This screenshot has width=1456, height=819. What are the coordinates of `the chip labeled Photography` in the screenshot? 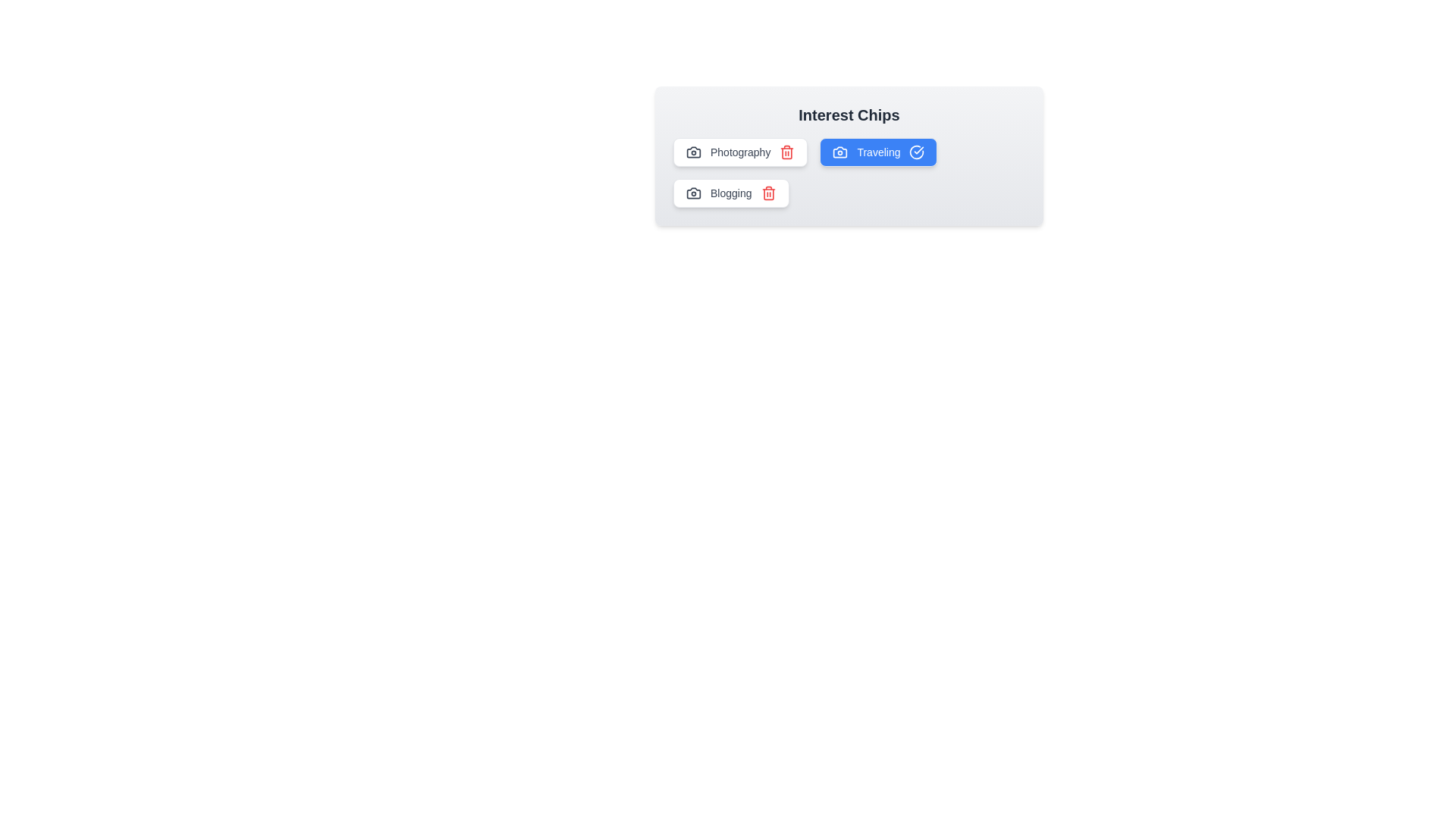 It's located at (739, 152).